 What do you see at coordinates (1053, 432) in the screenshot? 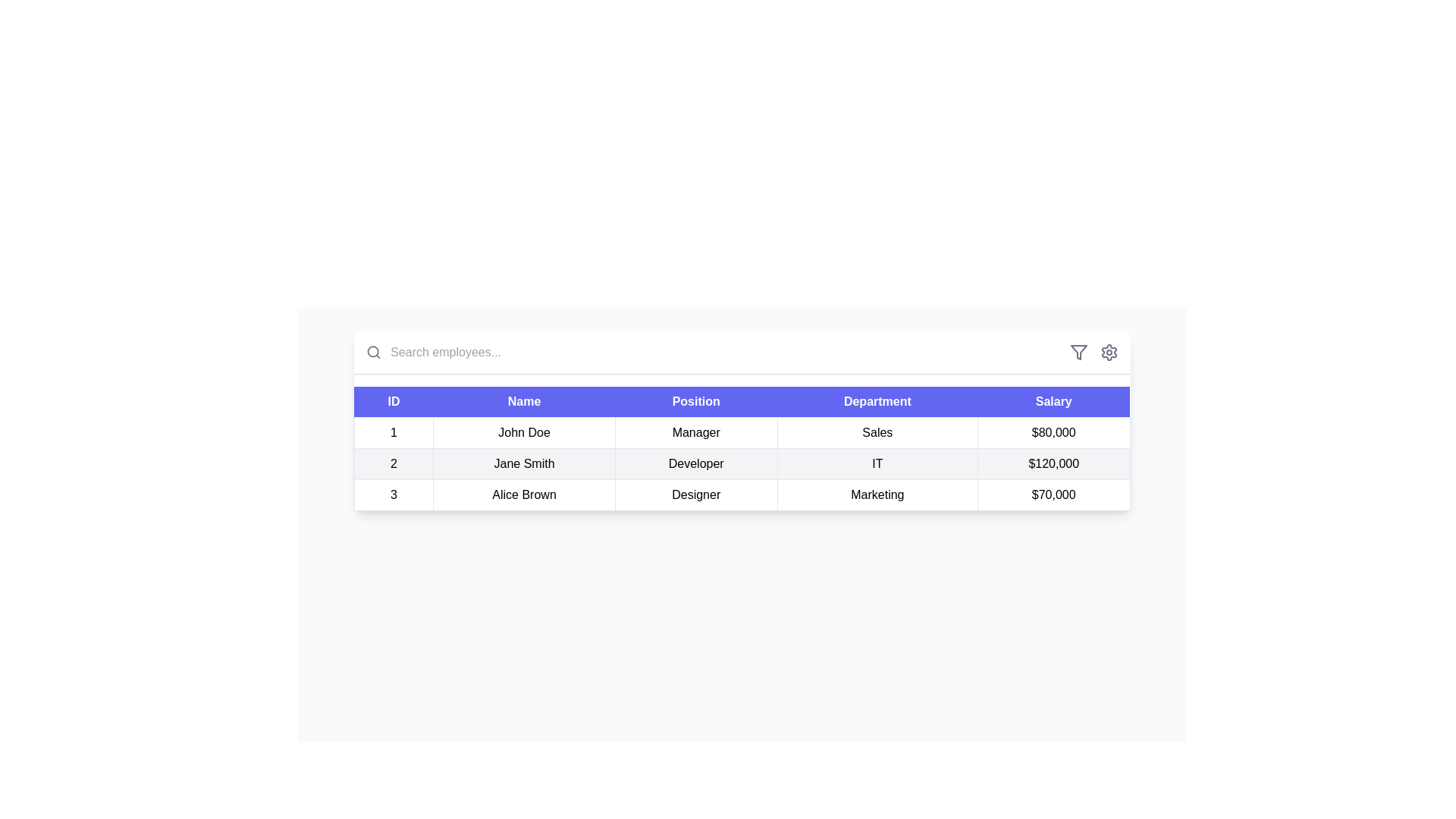
I see `the salary value display in the last column of the first row of the employee records table, which is adjacent to the 'Sales' department` at bounding box center [1053, 432].